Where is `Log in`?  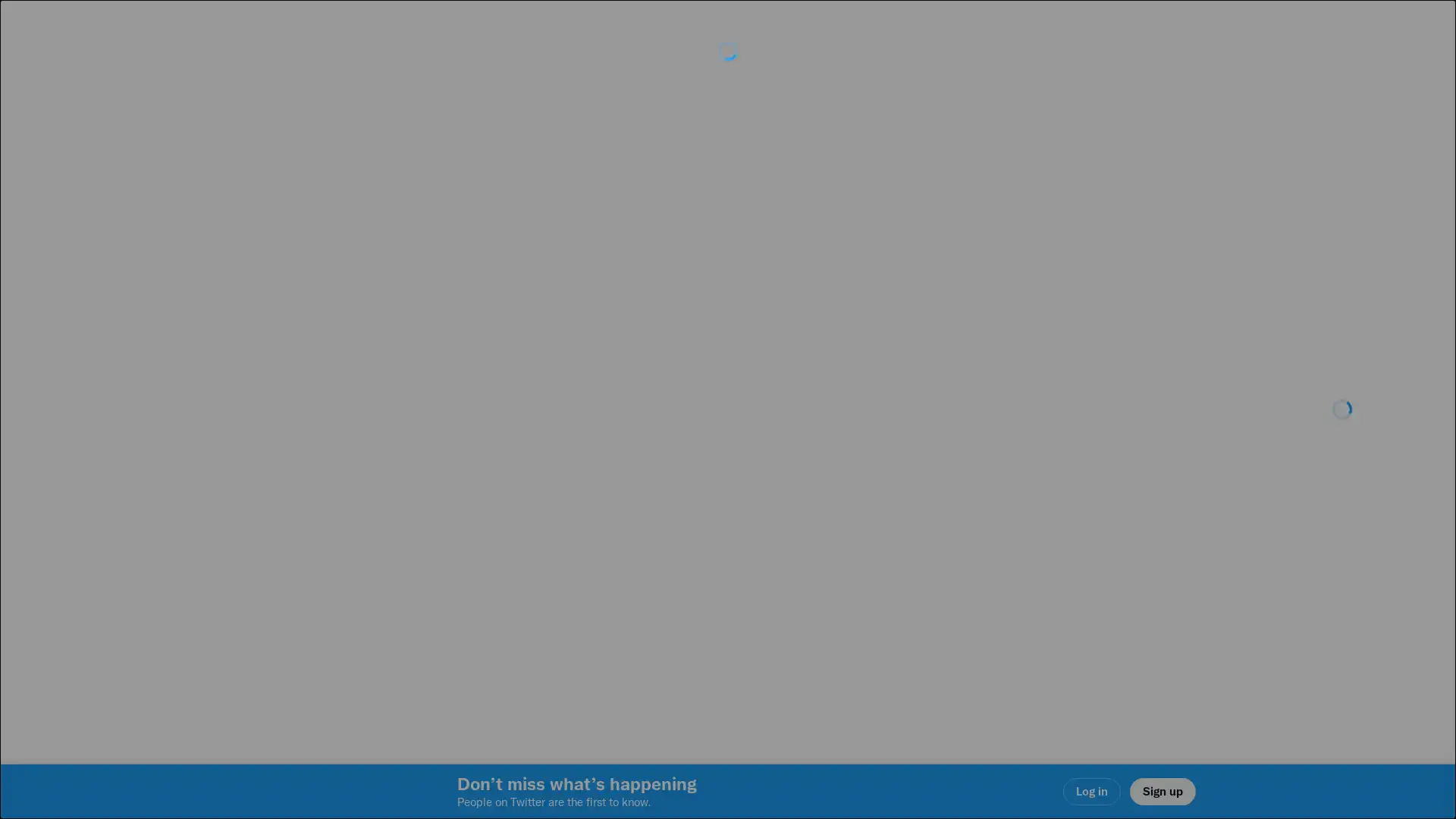 Log in is located at coordinates (910, 516).